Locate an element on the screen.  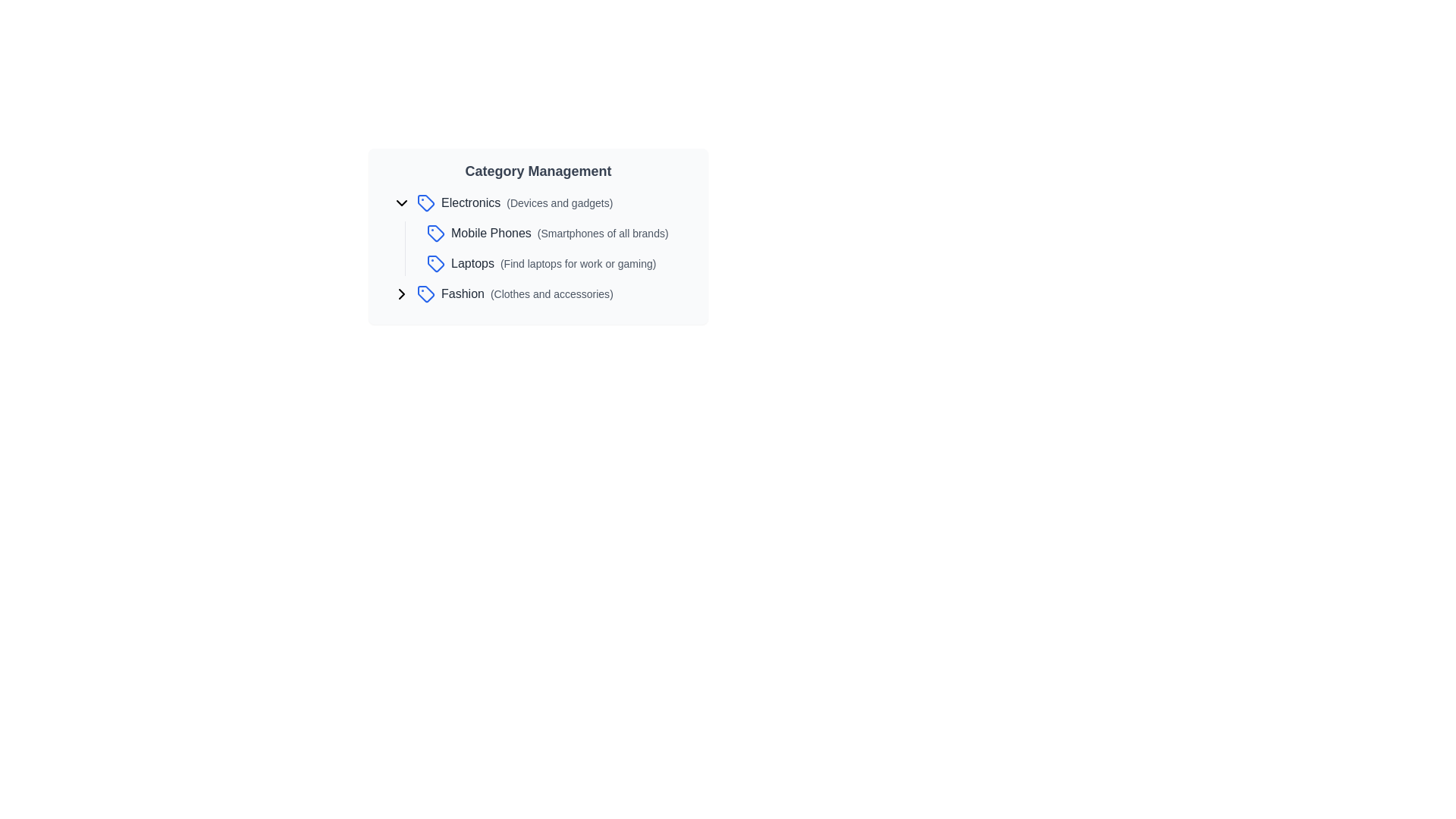
a specific list item within the 'Category Management' section to interact with it is located at coordinates (544, 247).